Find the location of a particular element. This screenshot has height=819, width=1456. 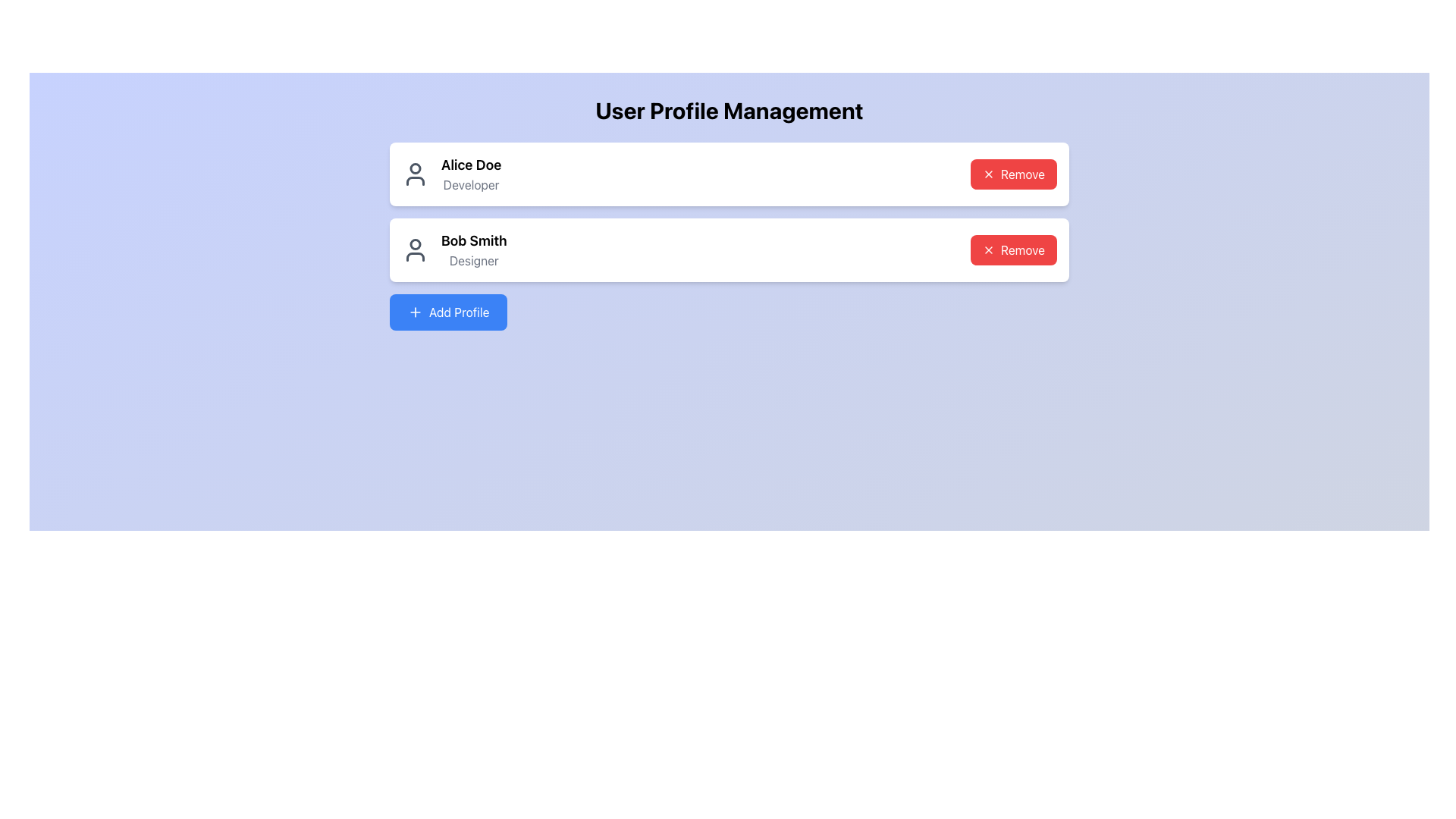

the text label displaying the user's name and designation in the second row of user entries under 'User Profile Management' is located at coordinates (473, 249).